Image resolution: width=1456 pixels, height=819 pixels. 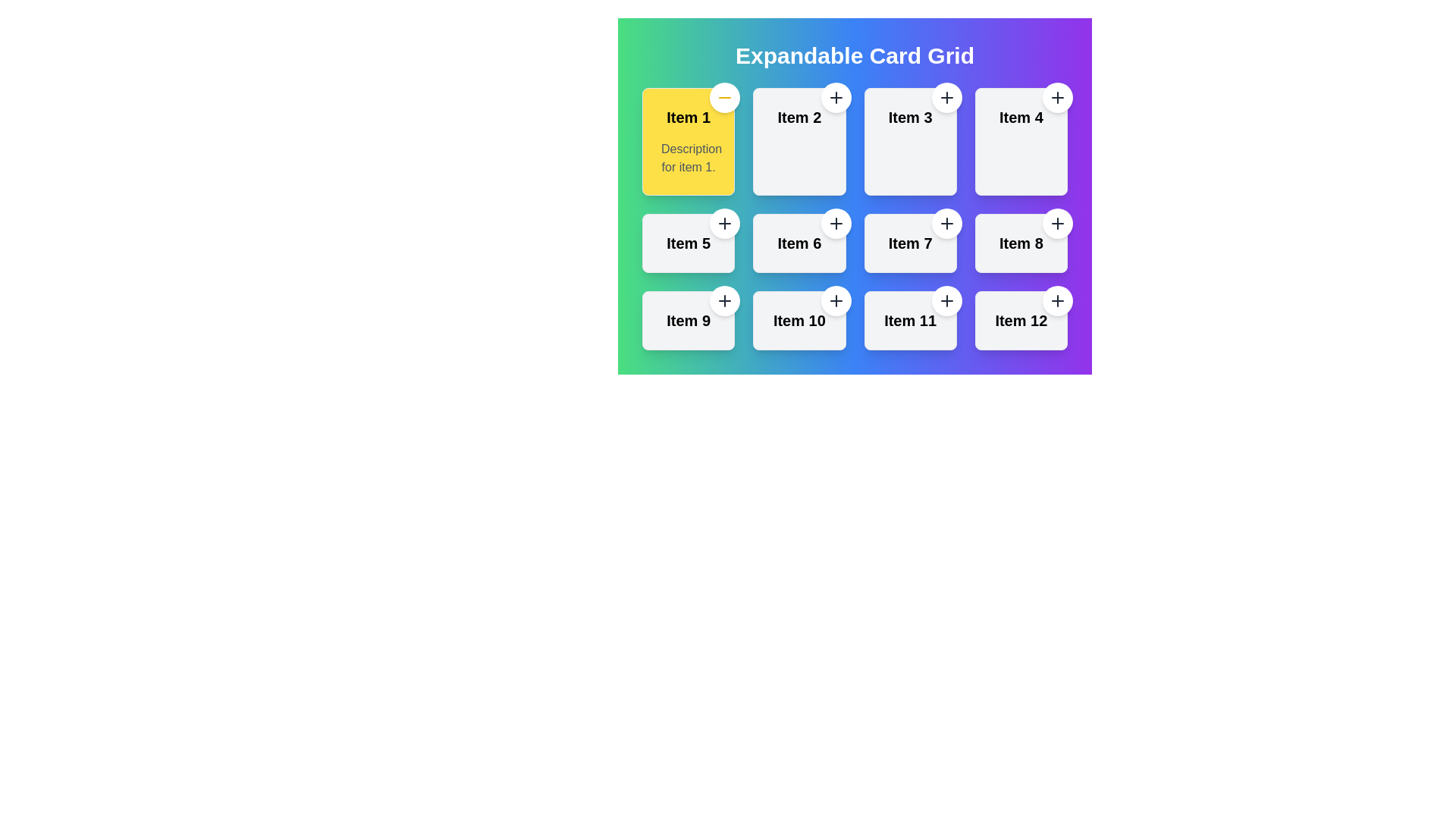 What do you see at coordinates (688, 242) in the screenshot?
I see `the text label displaying 'Item 5', which is styled with a bold font and is prominently placed in the fifth card of a 4x3 grid layout` at bounding box center [688, 242].